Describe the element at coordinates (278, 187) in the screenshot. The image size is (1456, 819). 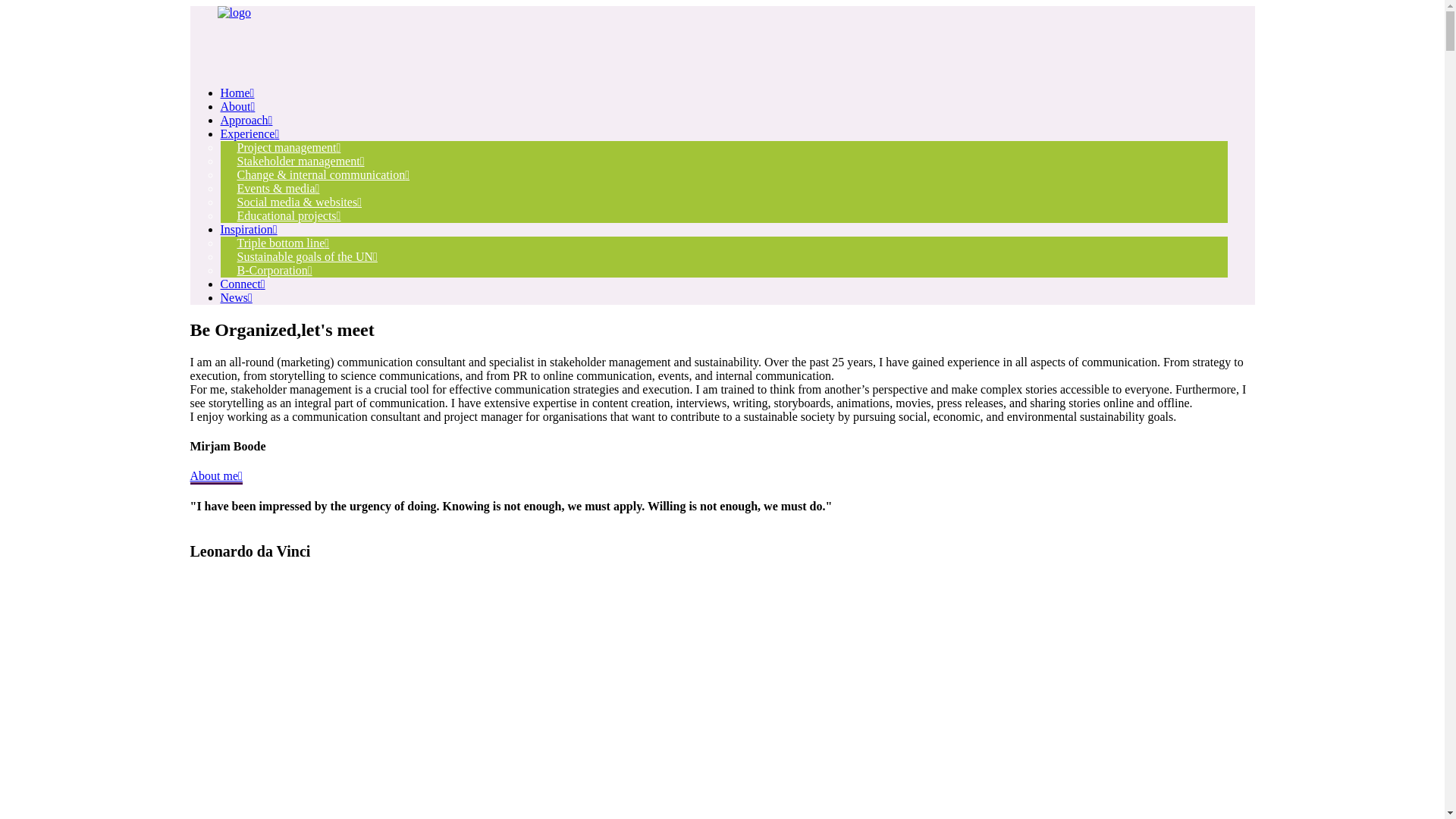
I see `'Events & media'` at that location.